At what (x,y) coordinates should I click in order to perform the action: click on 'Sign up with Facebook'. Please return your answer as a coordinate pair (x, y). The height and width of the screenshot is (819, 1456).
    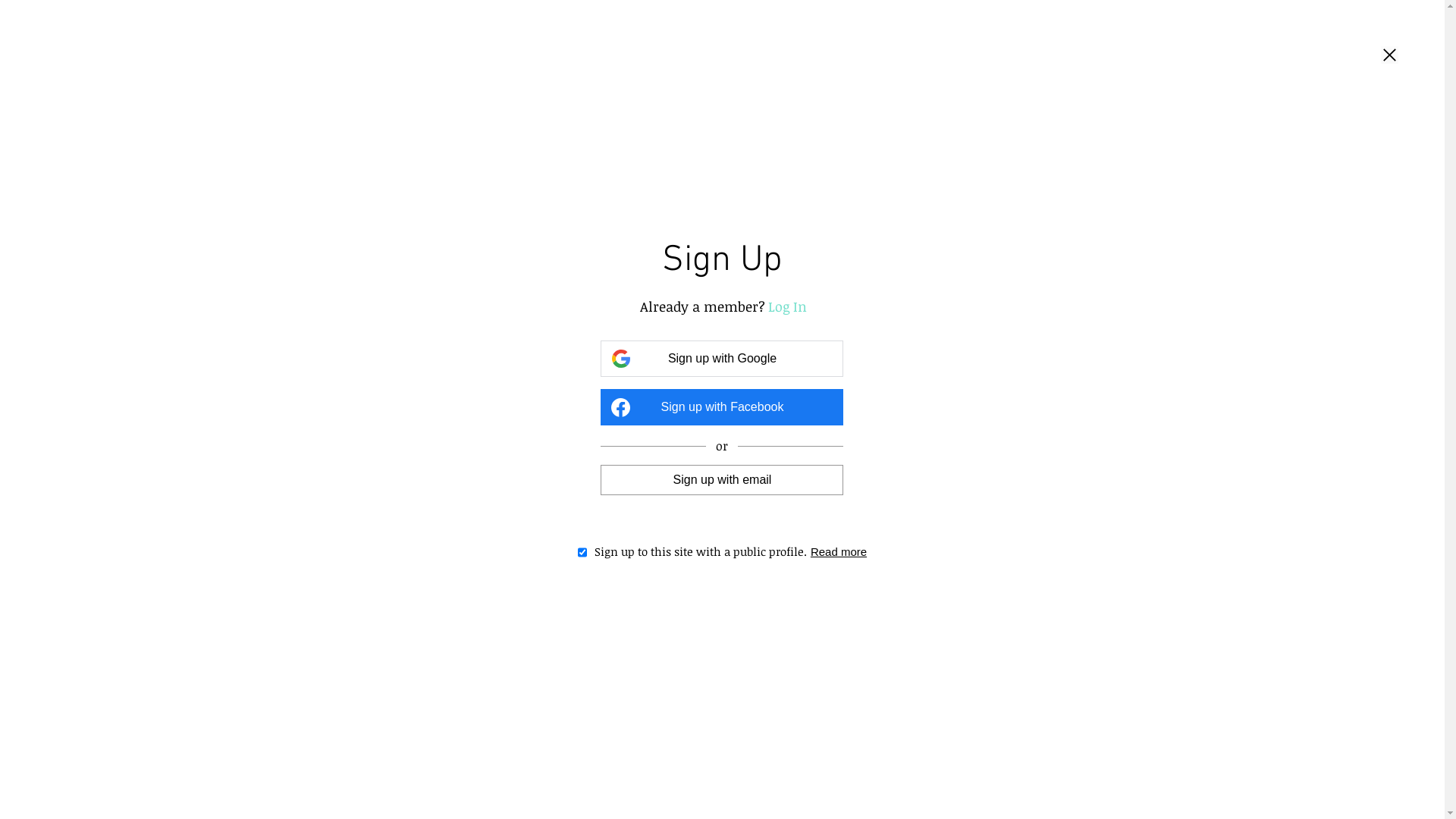
    Looking at the image, I should click on (720, 406).